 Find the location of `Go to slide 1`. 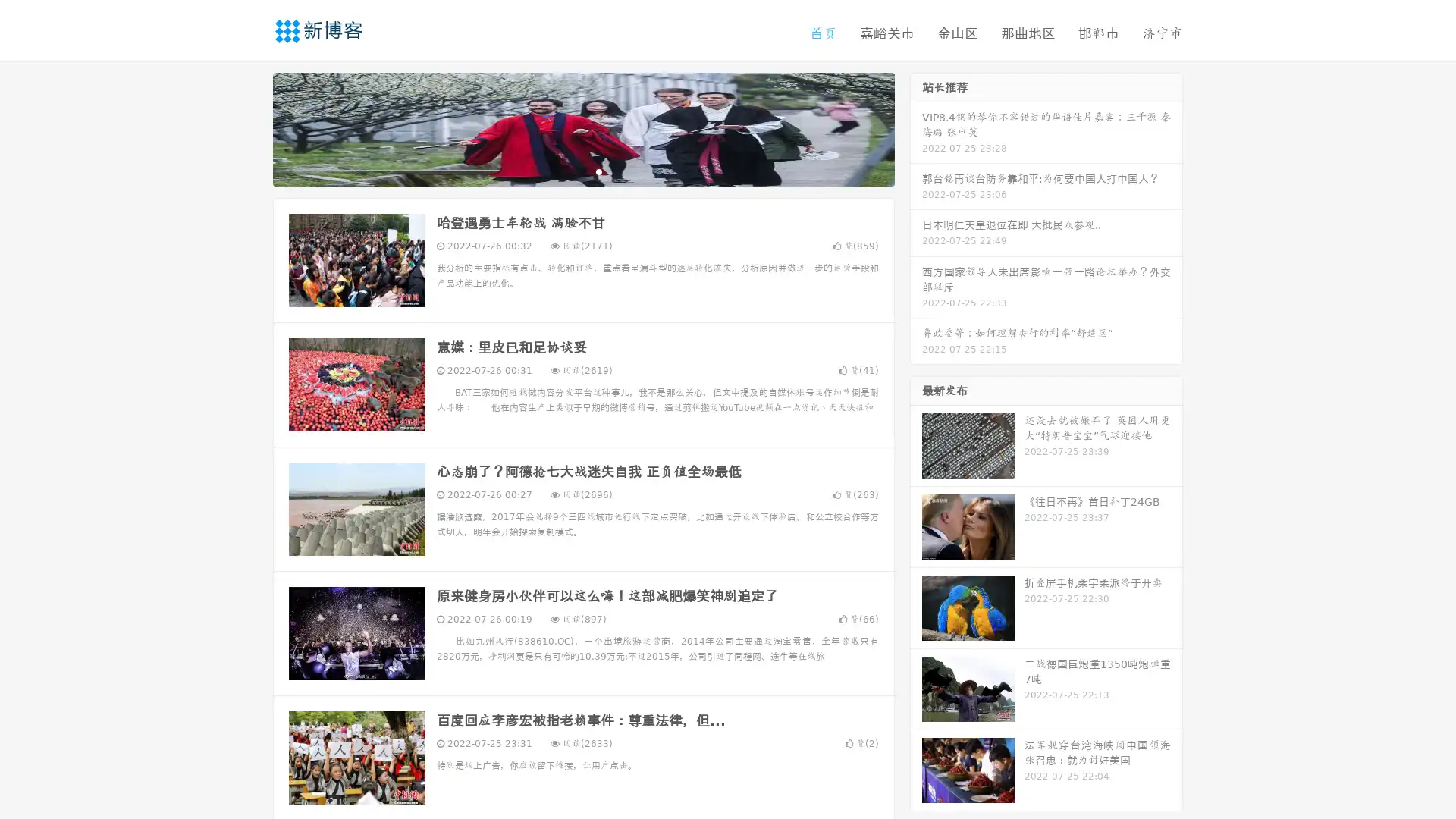

Go to slide 1 is located at coordinates (567, 171).